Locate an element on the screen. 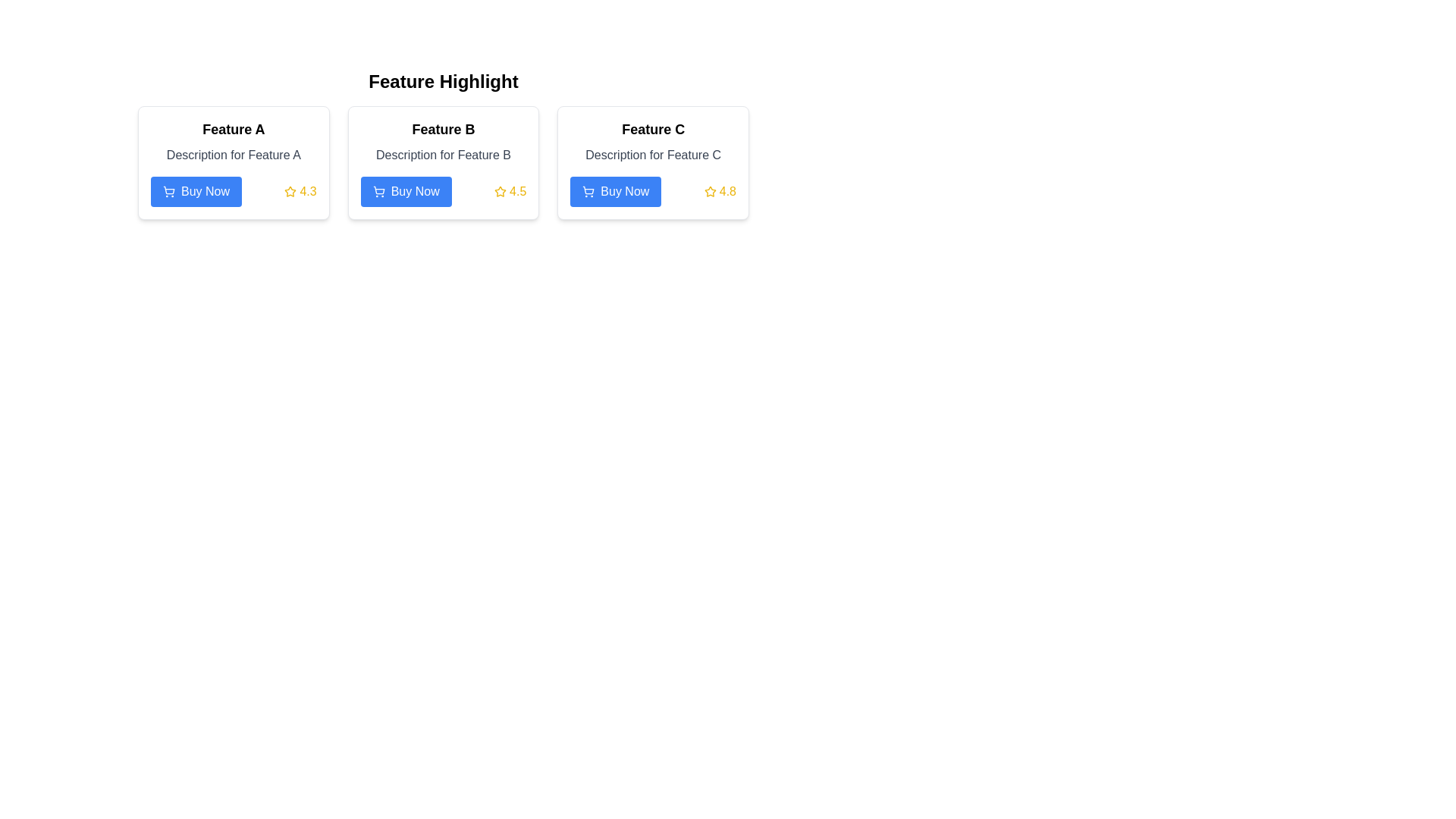  text 'Feature B' displayed in bold at the top of the second card in the horizontal row of three cards, which is centered below the heading 'Feature Highlight' is located at coordinates (443, 128).